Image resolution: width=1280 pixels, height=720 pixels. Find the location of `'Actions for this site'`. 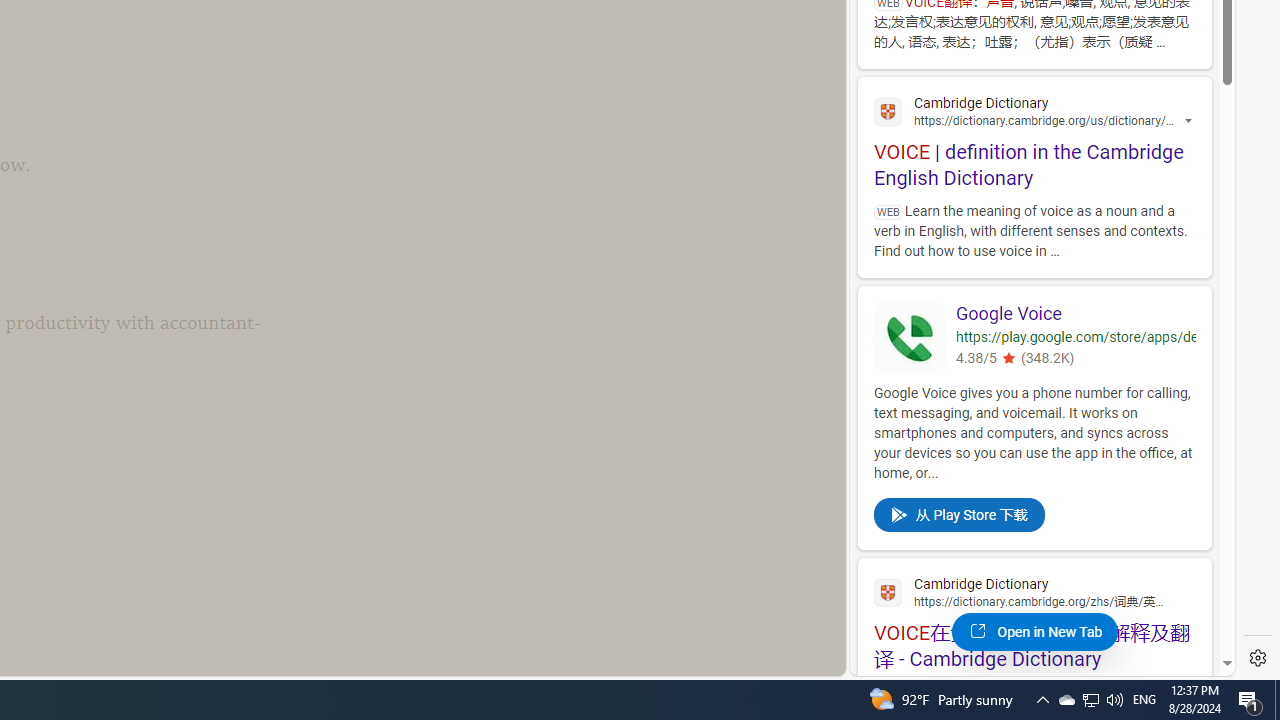

'Actions for this site' is located at coordinates (1190, 121).